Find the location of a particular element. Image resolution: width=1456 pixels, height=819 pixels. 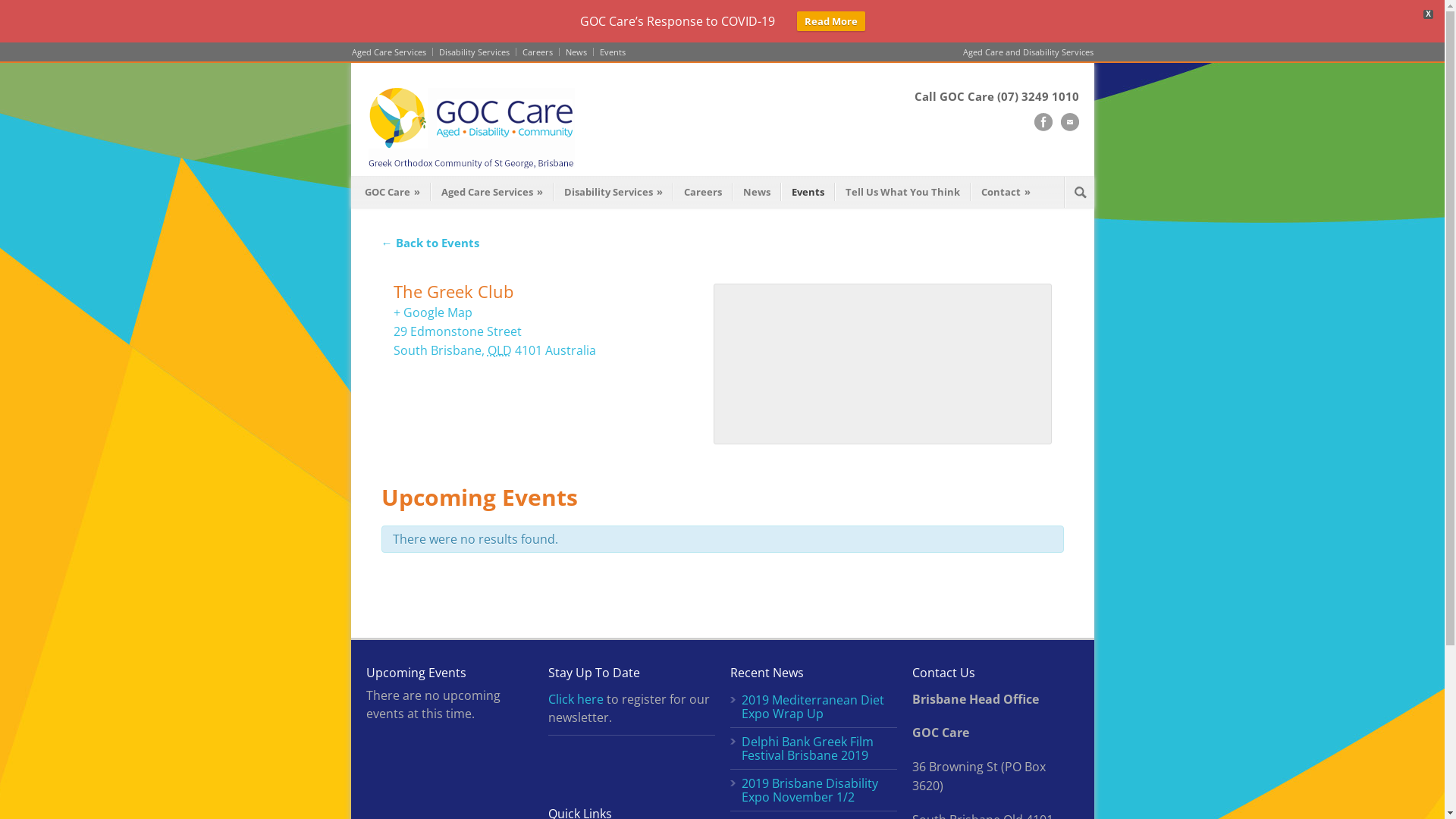

'Careers' is located at coordinates (537, 51).